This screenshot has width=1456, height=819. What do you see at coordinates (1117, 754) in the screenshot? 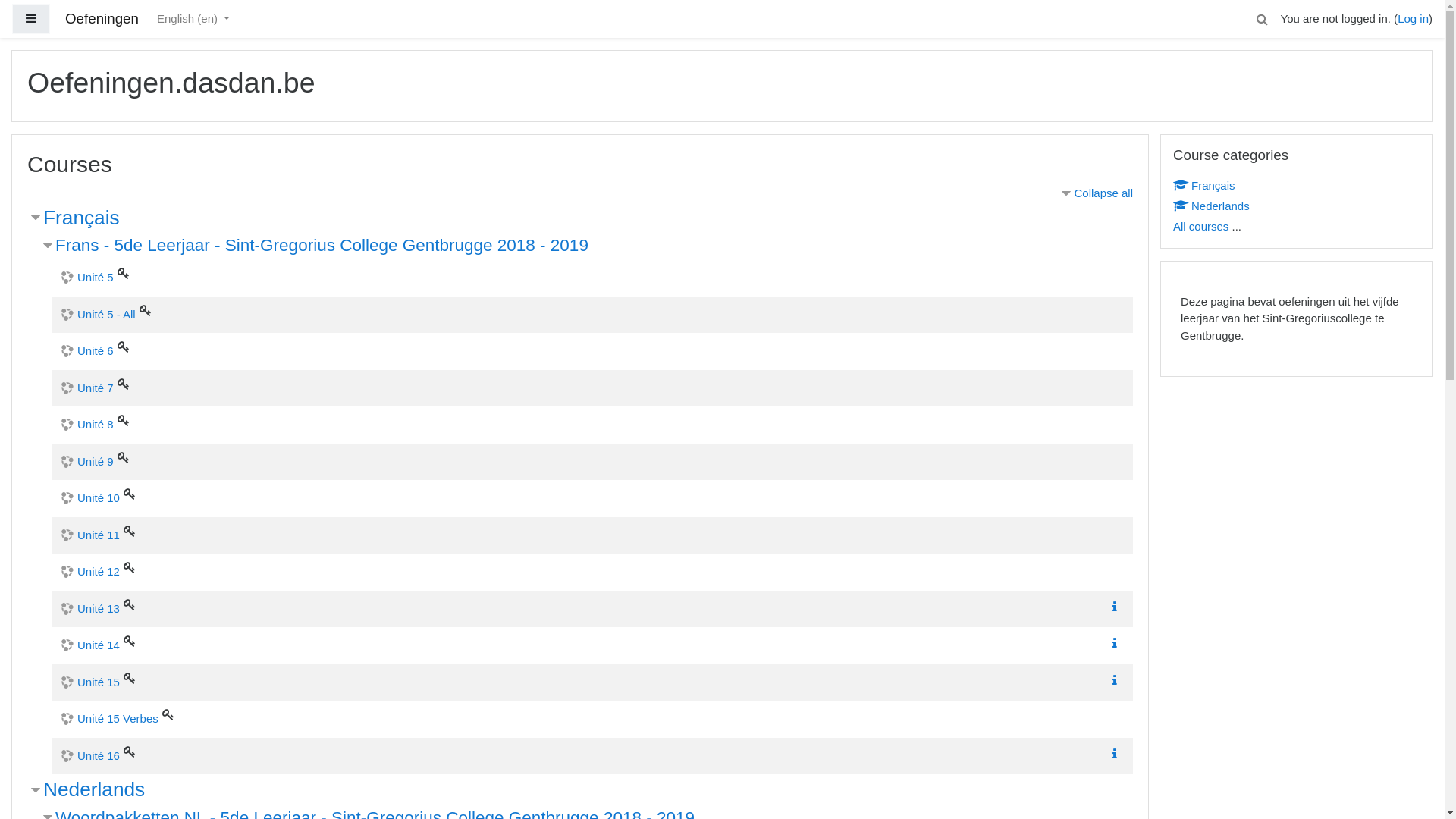
I see `'Summary'` at bounding box center [1117, 754].